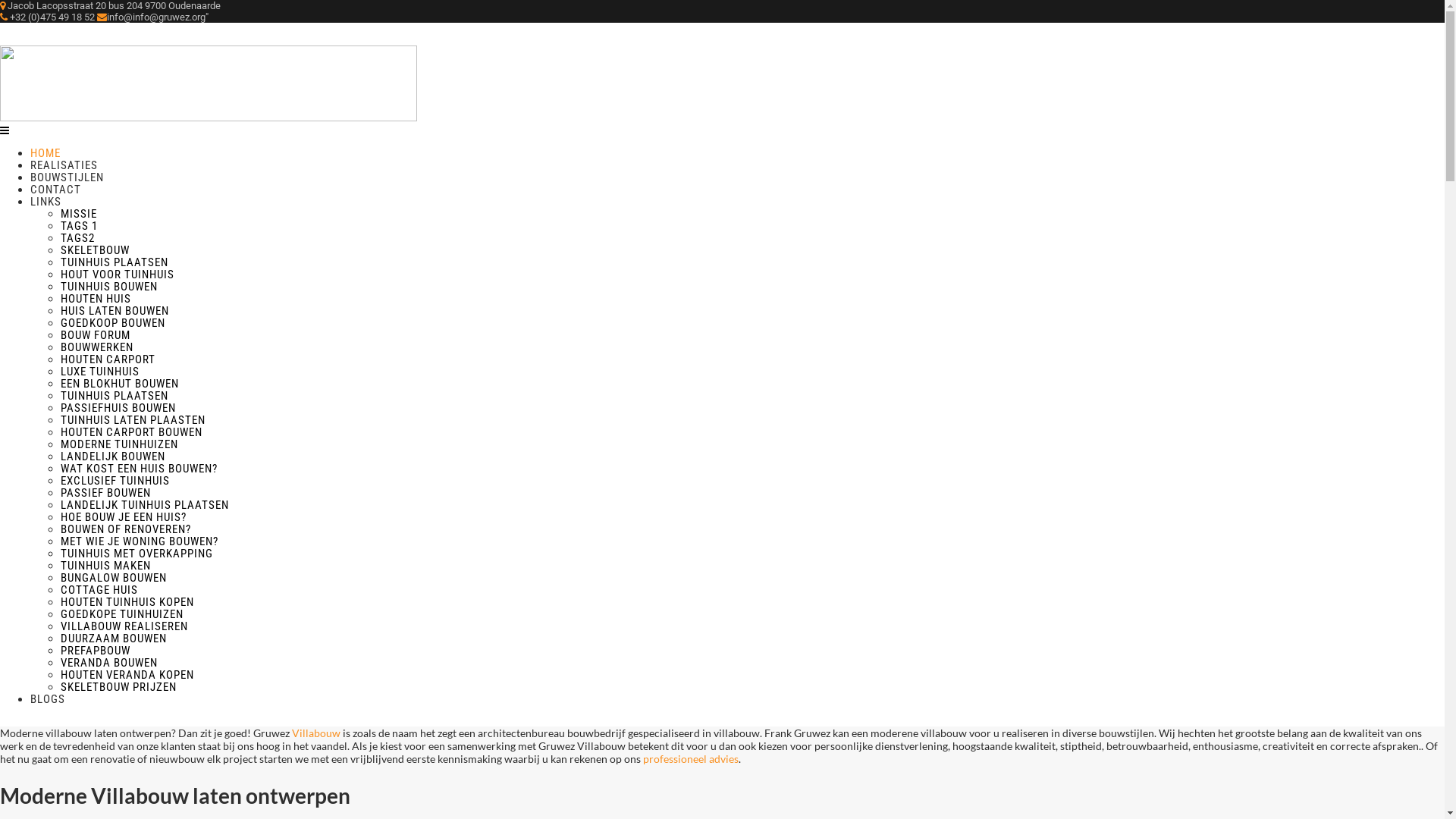  I want to click on 'LINKS', so click(45, 201).